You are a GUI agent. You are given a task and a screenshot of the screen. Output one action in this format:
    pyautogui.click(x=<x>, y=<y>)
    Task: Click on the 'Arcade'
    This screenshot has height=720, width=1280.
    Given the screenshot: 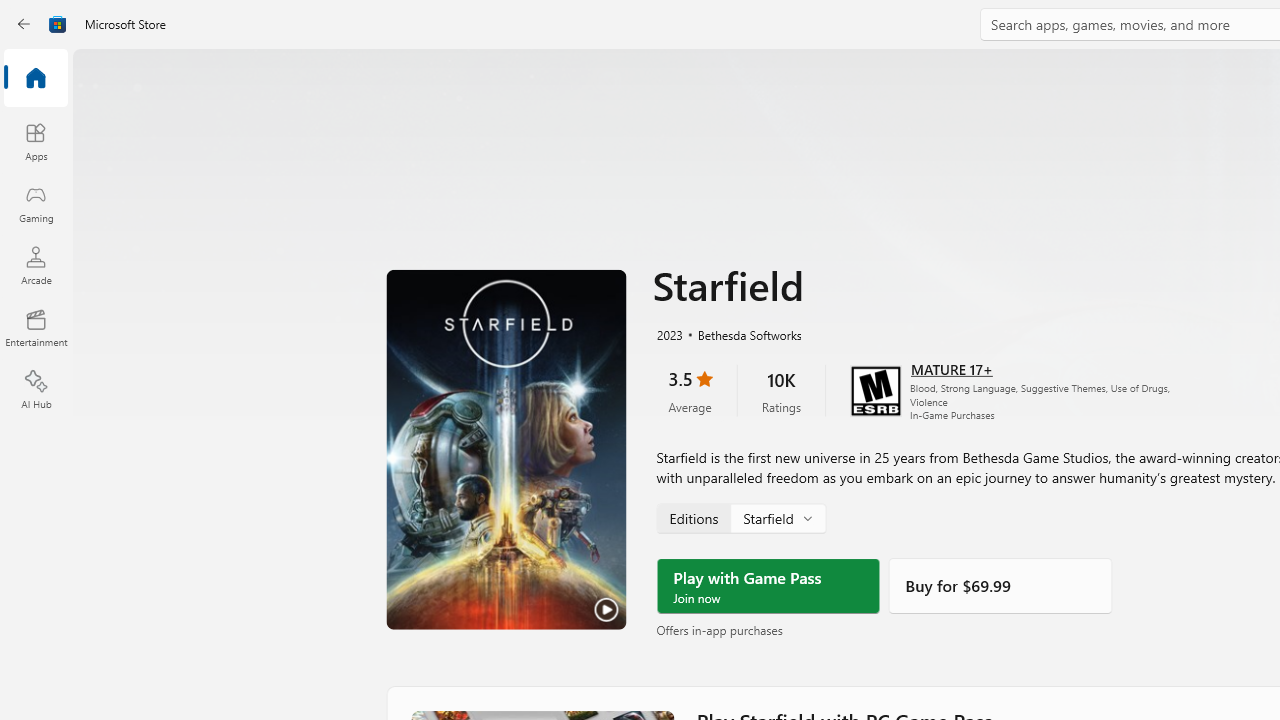 What is the action you would take?
    pyautogui.click(x=35, y=264)
    